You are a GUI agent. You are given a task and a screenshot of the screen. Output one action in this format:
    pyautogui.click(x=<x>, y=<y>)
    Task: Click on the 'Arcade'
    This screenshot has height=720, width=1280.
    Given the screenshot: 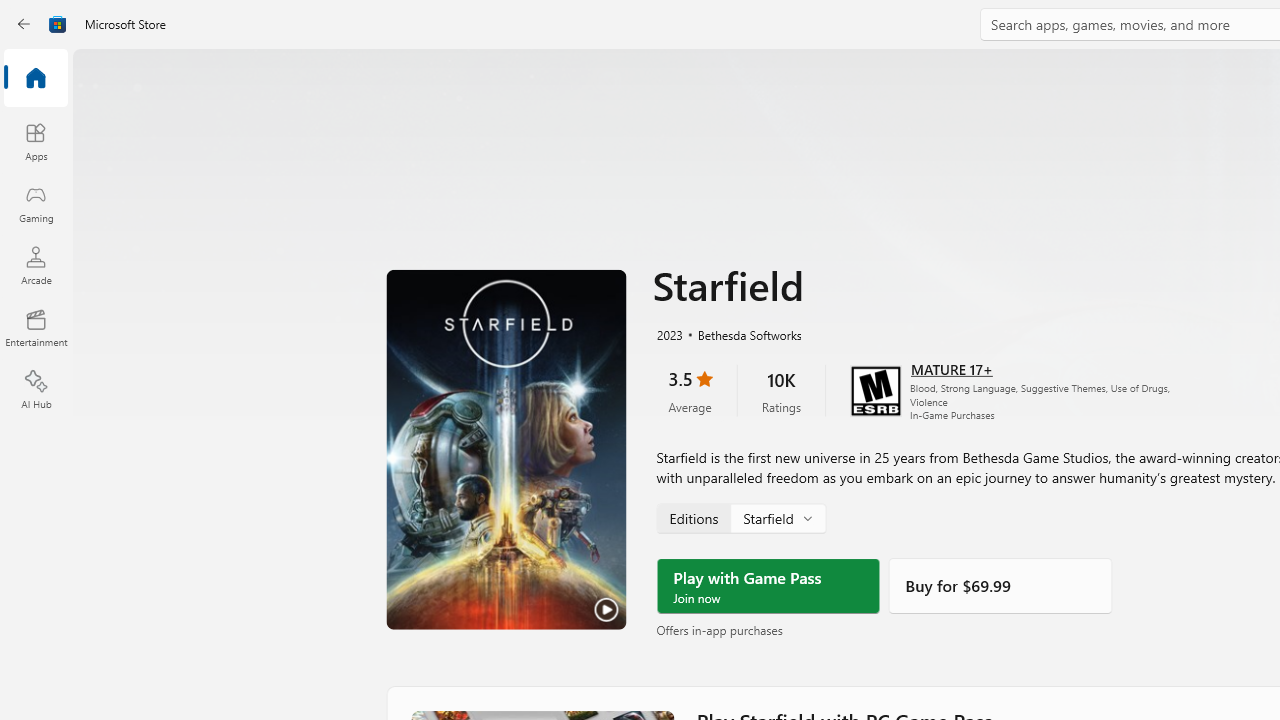 What is the action you would take?
    pyautogui.click(x=35, y=264)
    